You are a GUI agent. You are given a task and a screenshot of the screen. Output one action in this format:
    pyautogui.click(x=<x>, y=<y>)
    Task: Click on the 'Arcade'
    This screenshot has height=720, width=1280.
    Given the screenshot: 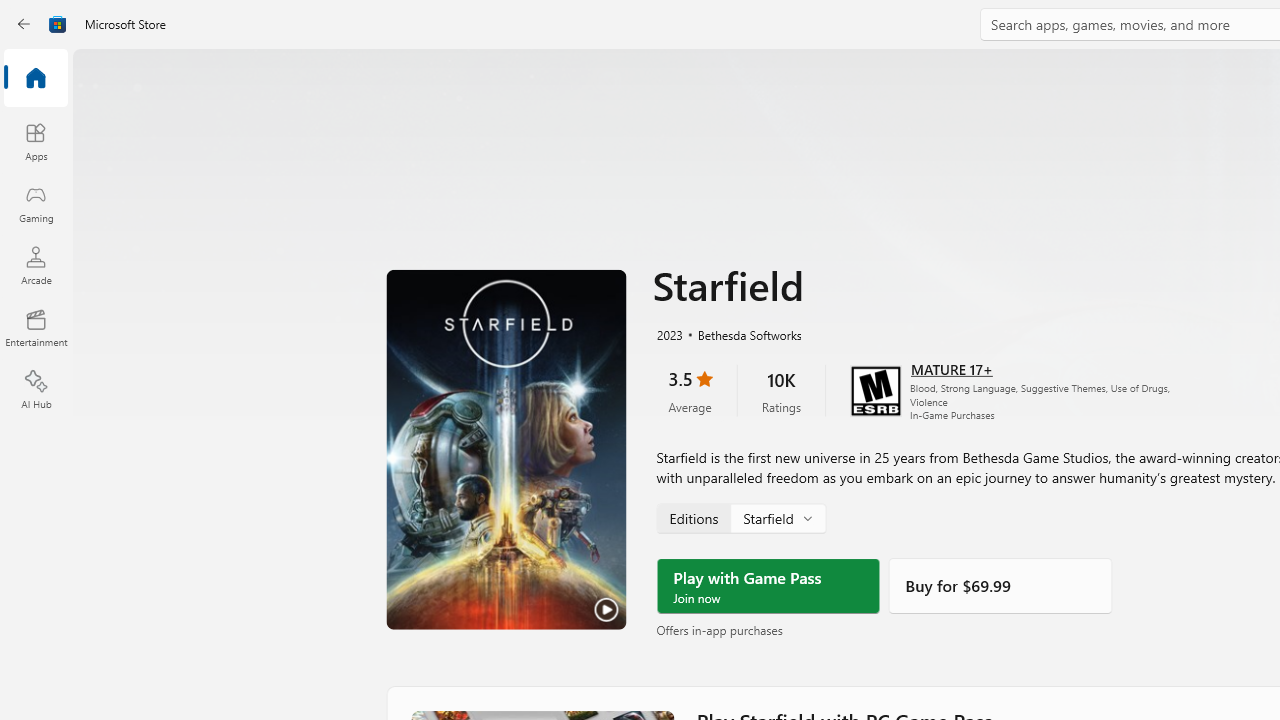 What is the action you would take?
    pyautogui.click(x=35, y=264)
    